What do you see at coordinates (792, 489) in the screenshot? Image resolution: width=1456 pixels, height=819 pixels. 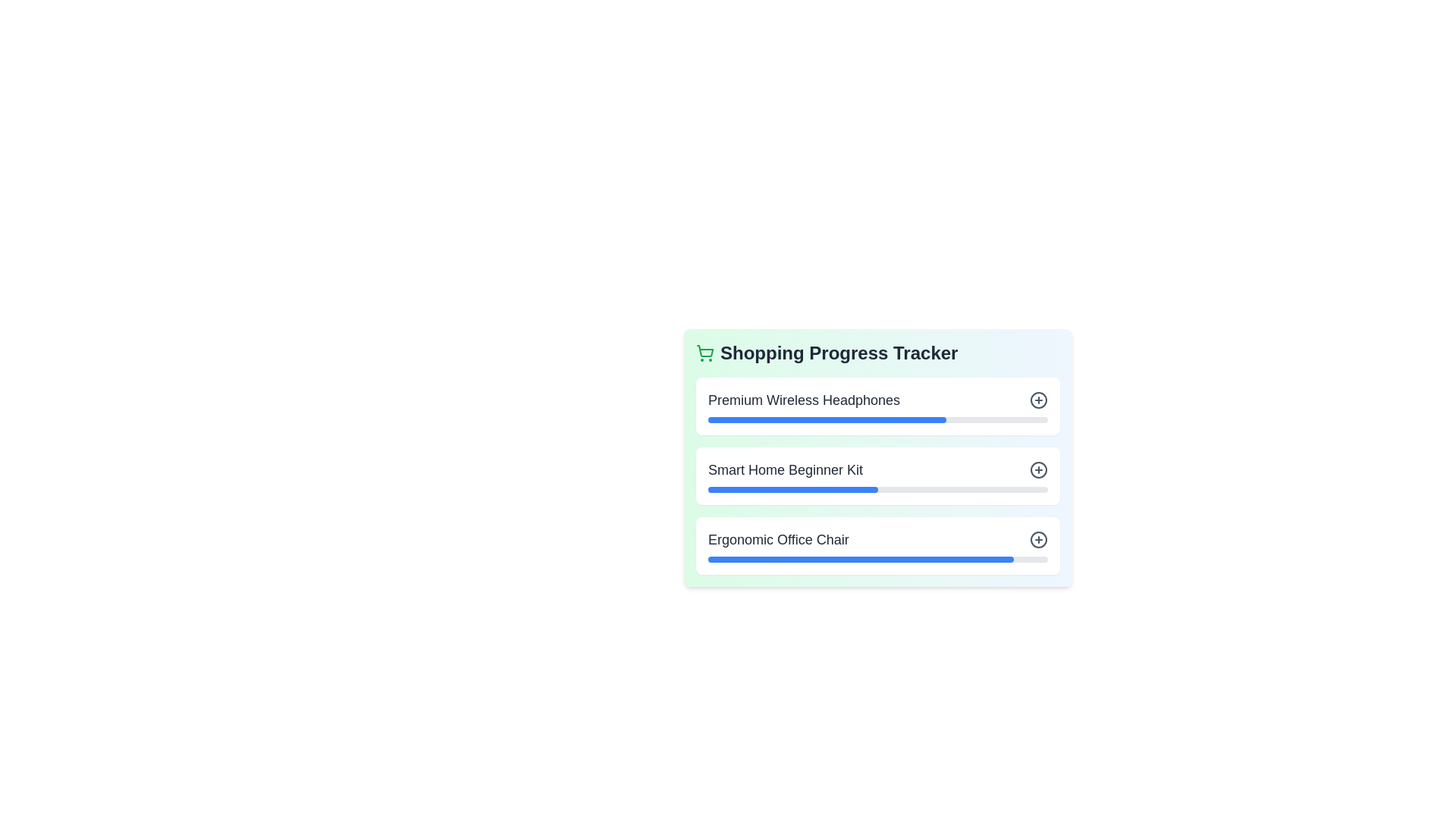 I see `the blue progress bar segment within the second progress bar of the 'Shopping Progress Tracker' card, representing the progress of the 'Smart Home Beginner Kit'` at bounding box center [792, 489].